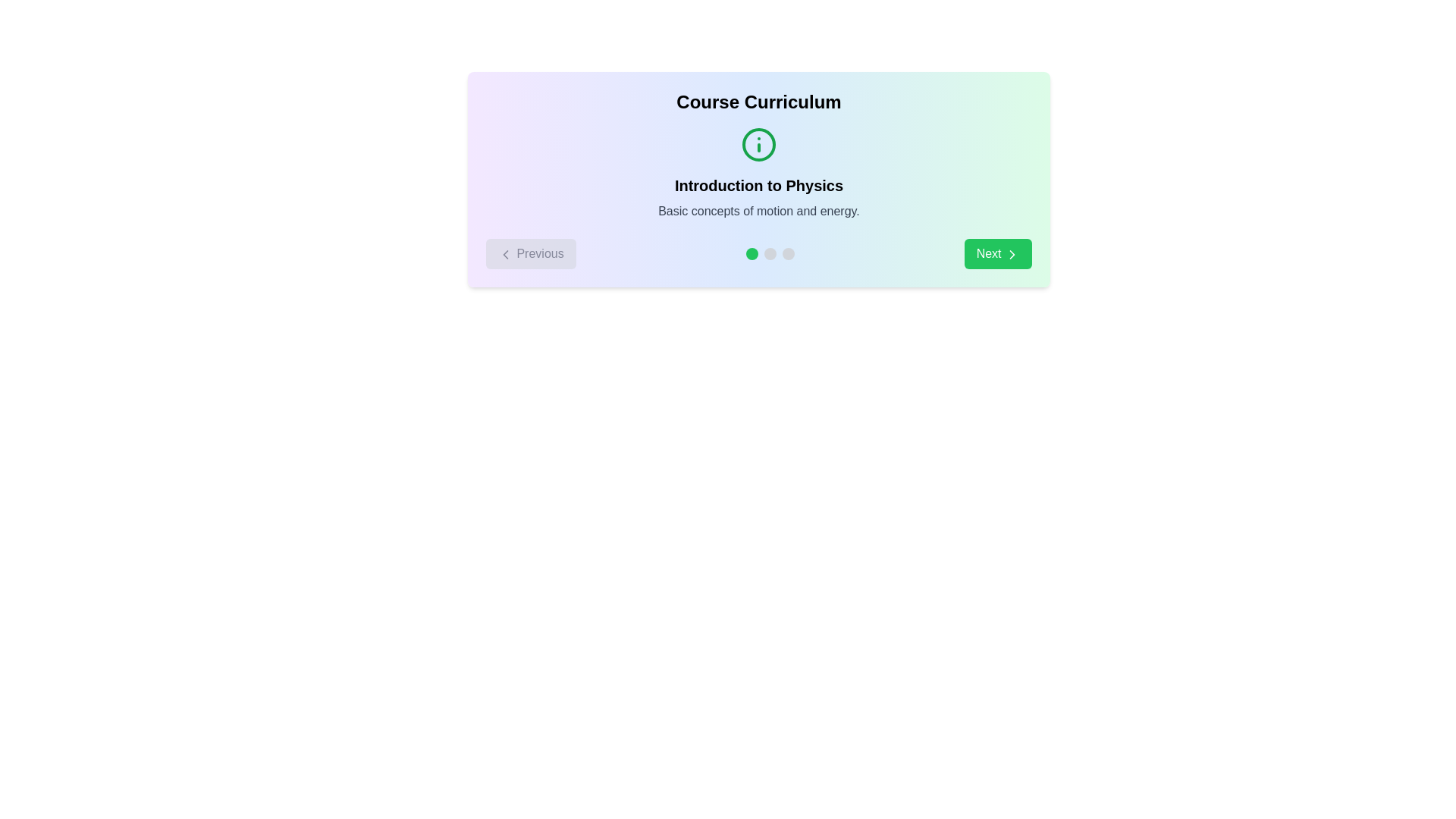 This screenshot has width=1456, height=819. I want to click on the circular green outlined icon with an 'i' symbol, so click(759, 145).